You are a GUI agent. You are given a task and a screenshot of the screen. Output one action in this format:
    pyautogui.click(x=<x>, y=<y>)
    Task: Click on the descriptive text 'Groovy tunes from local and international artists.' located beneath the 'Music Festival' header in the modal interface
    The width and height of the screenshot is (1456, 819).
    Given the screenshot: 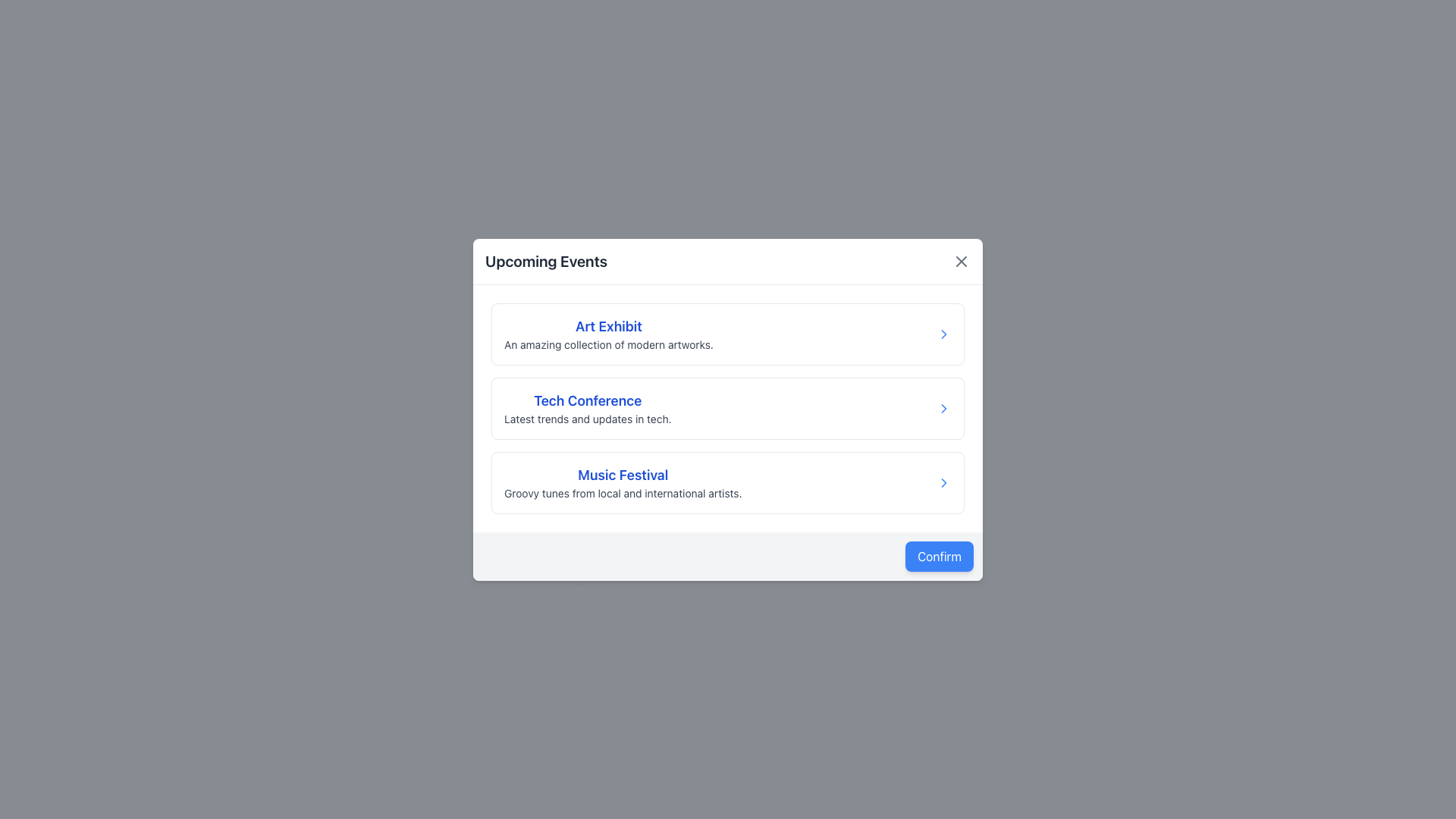 What is the action you would take?
    pyautogui.click(x=623, y=493)
    